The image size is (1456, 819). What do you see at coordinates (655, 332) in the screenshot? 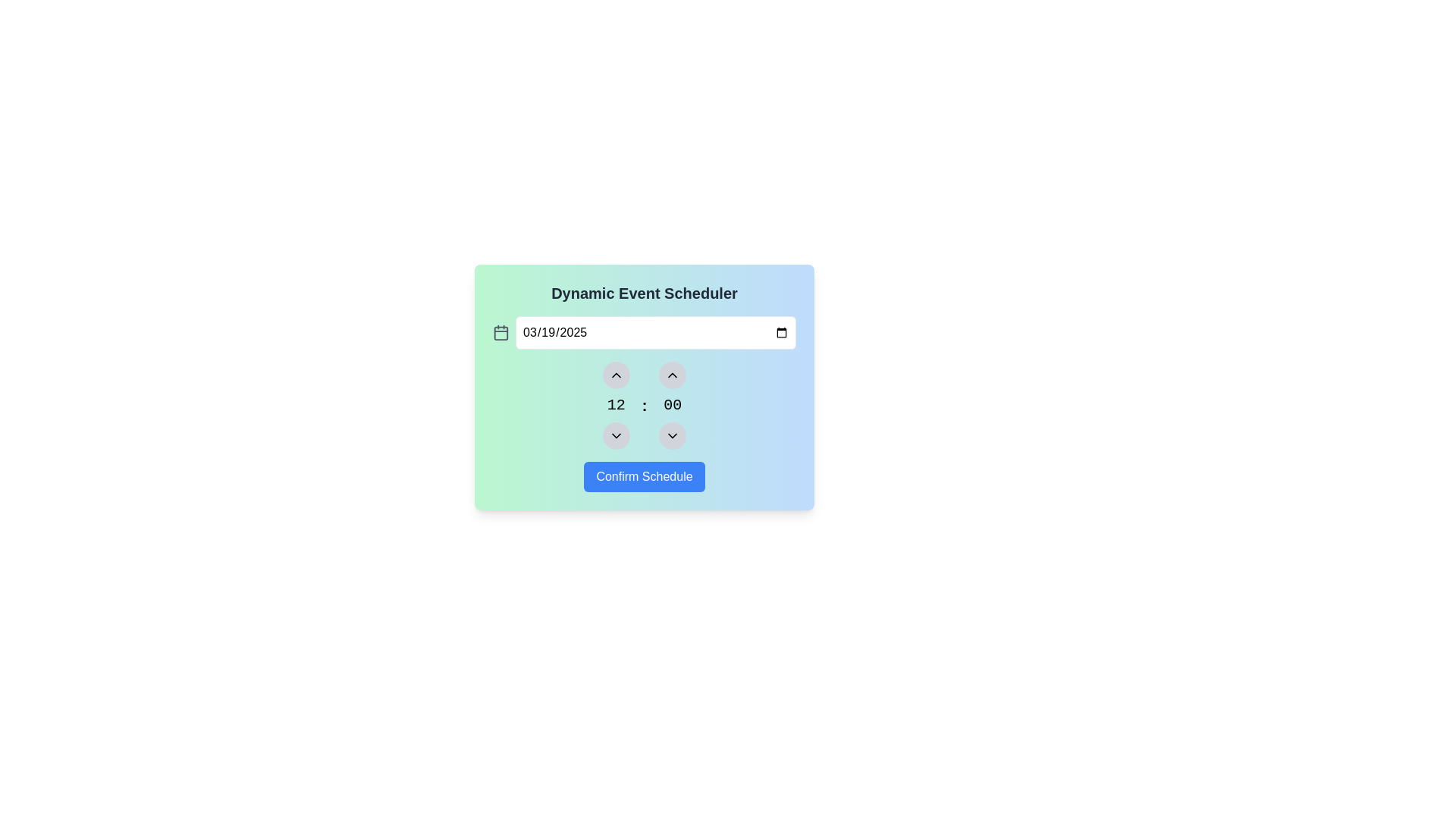
I see `the standard HTML date input field styled with rounded corners and a border` at bounding box center [655, 332].